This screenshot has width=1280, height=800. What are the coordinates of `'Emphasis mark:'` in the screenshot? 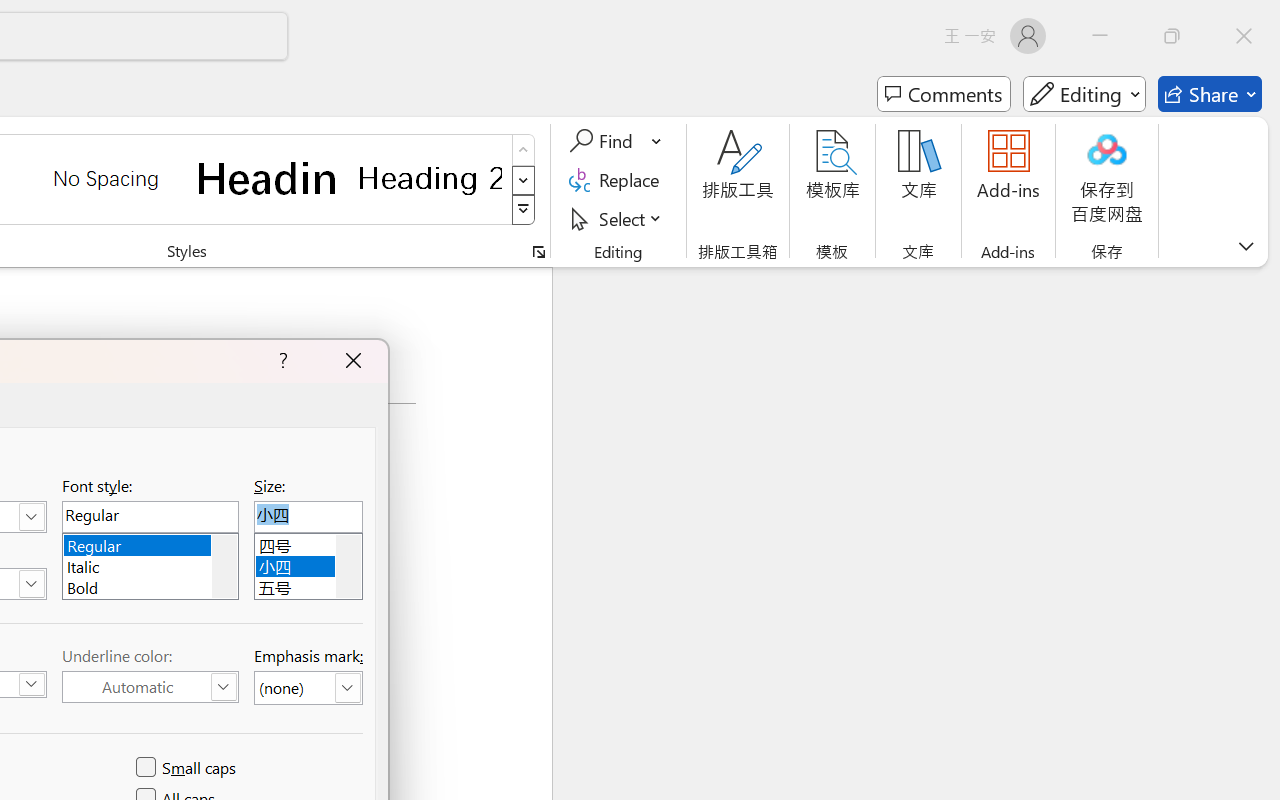 It's located at (307, 688).